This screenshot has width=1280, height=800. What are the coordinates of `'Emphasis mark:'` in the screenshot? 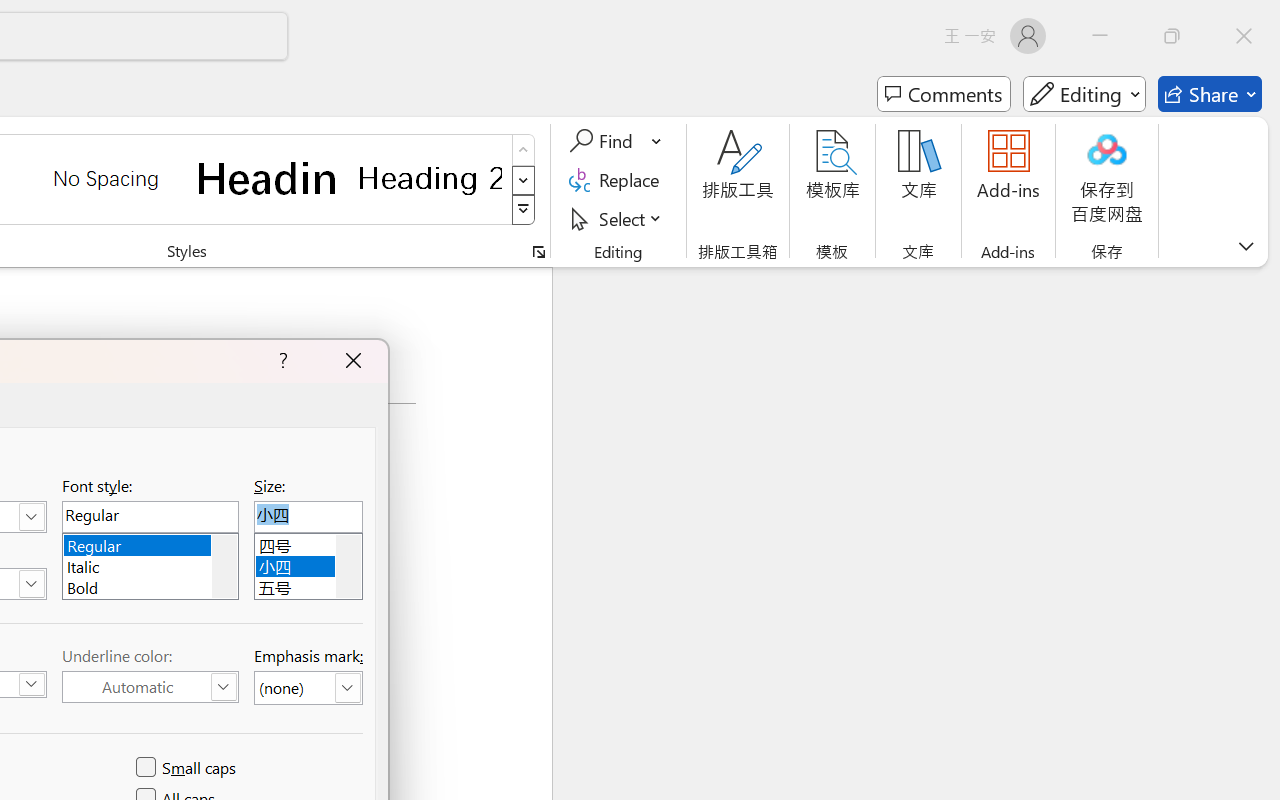 It's located at (307, 688).